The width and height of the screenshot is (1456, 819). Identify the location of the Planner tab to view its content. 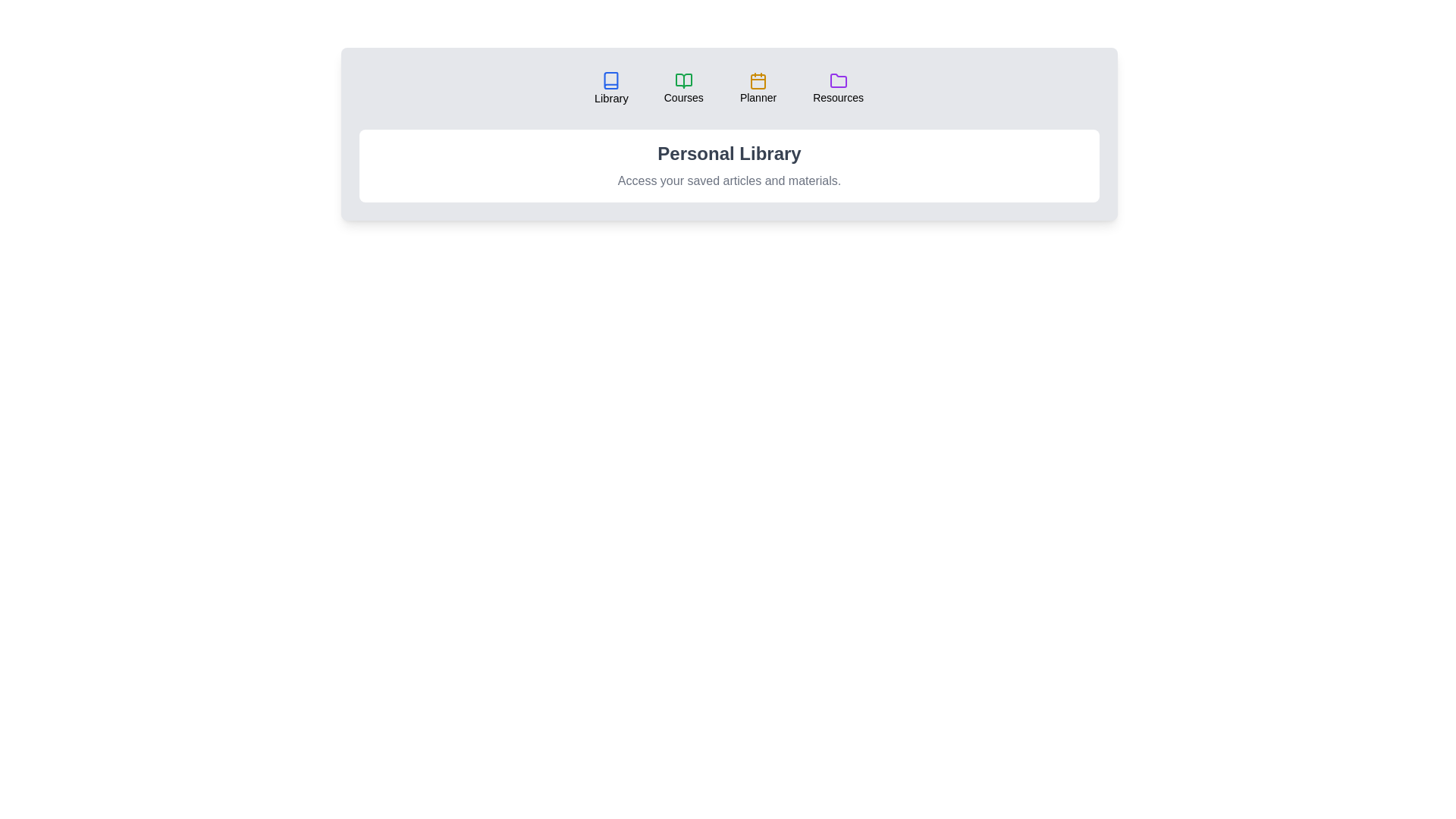
(758, 88).